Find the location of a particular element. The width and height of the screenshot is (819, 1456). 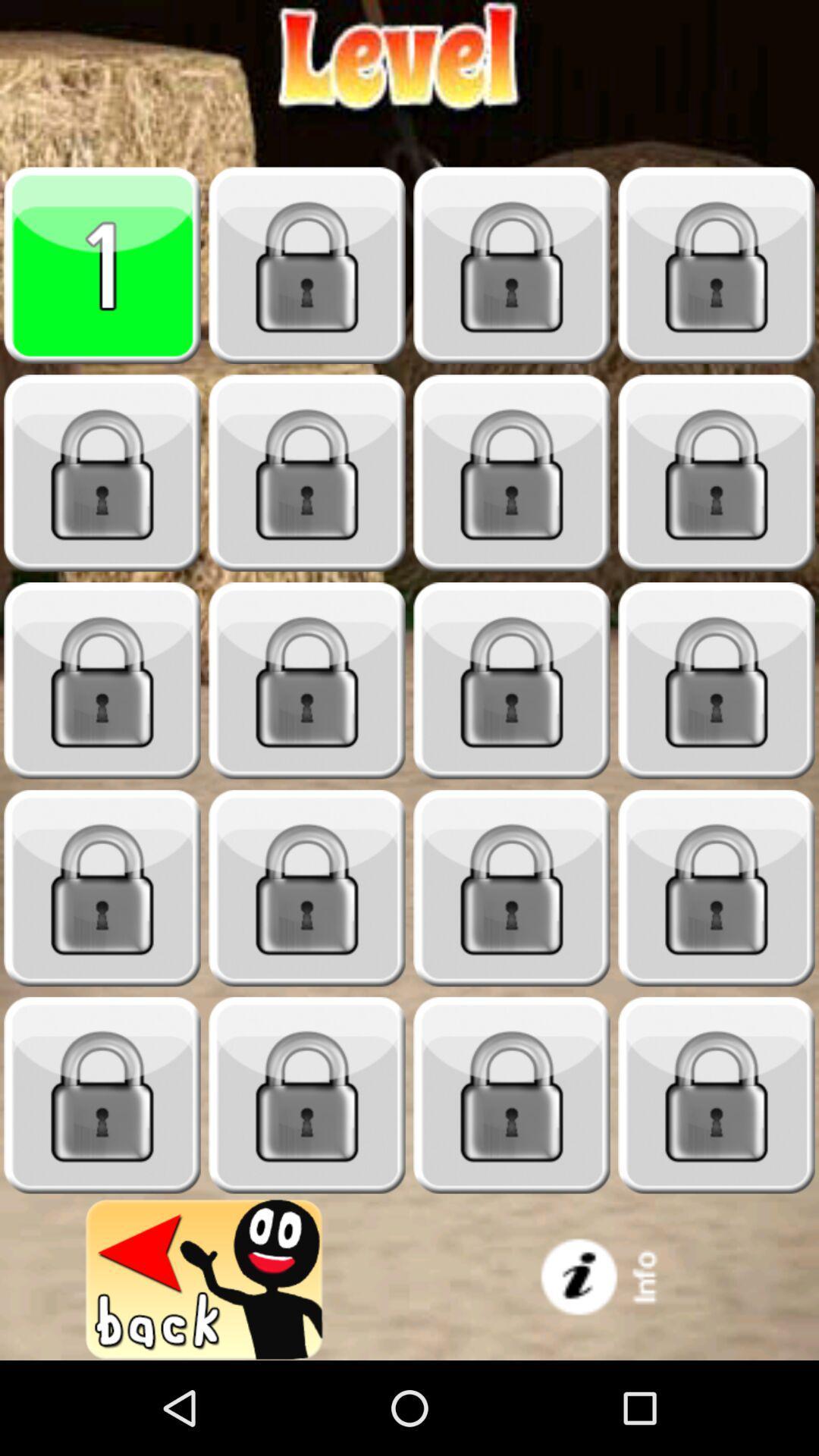

lock choose app is located at coordinates (307, 472).